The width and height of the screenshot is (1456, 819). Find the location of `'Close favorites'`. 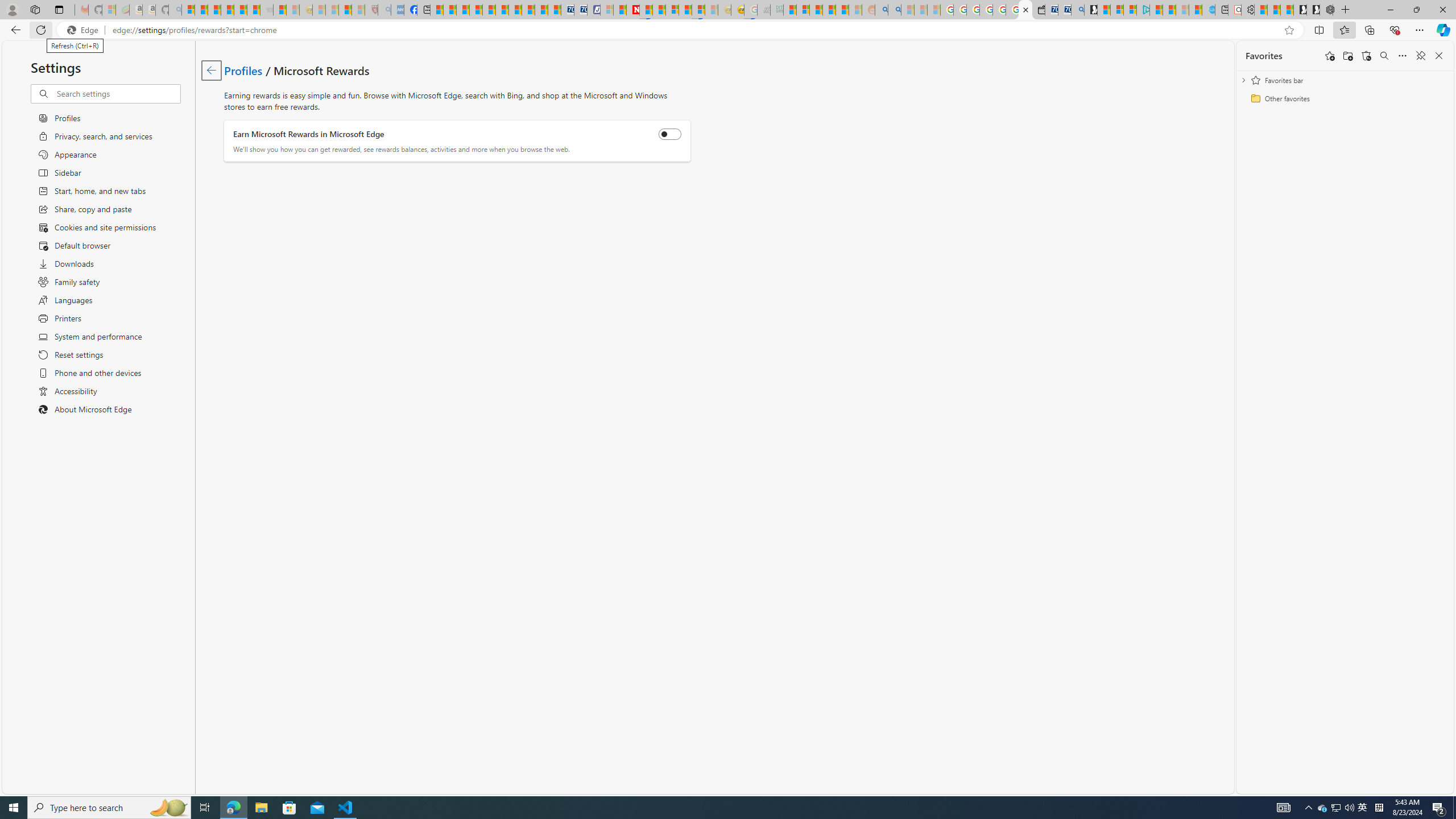

'Close favorites' is located at coordinates (1439, 55).